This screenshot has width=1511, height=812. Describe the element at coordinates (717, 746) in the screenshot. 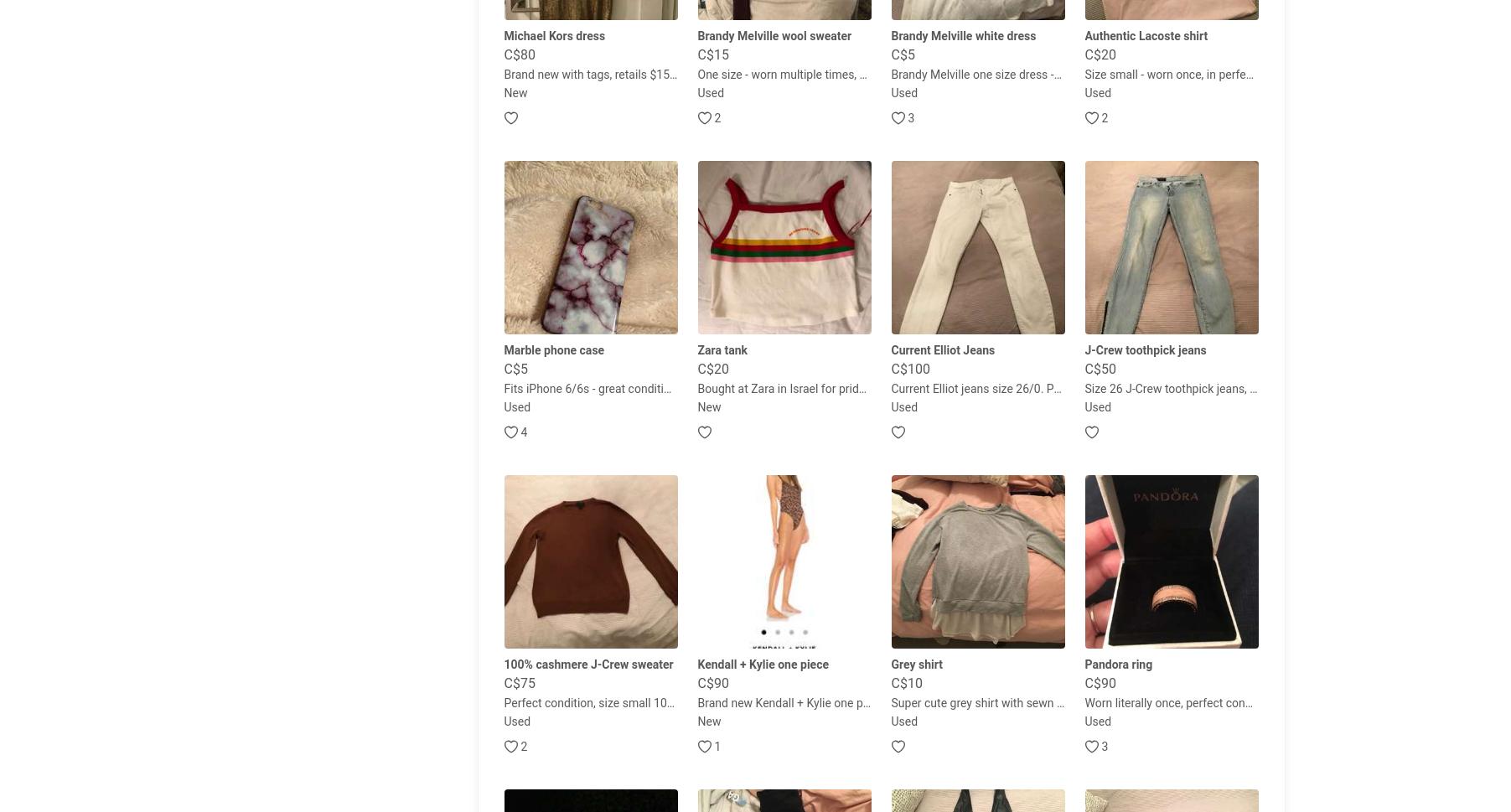

I see `'1'` at that location.